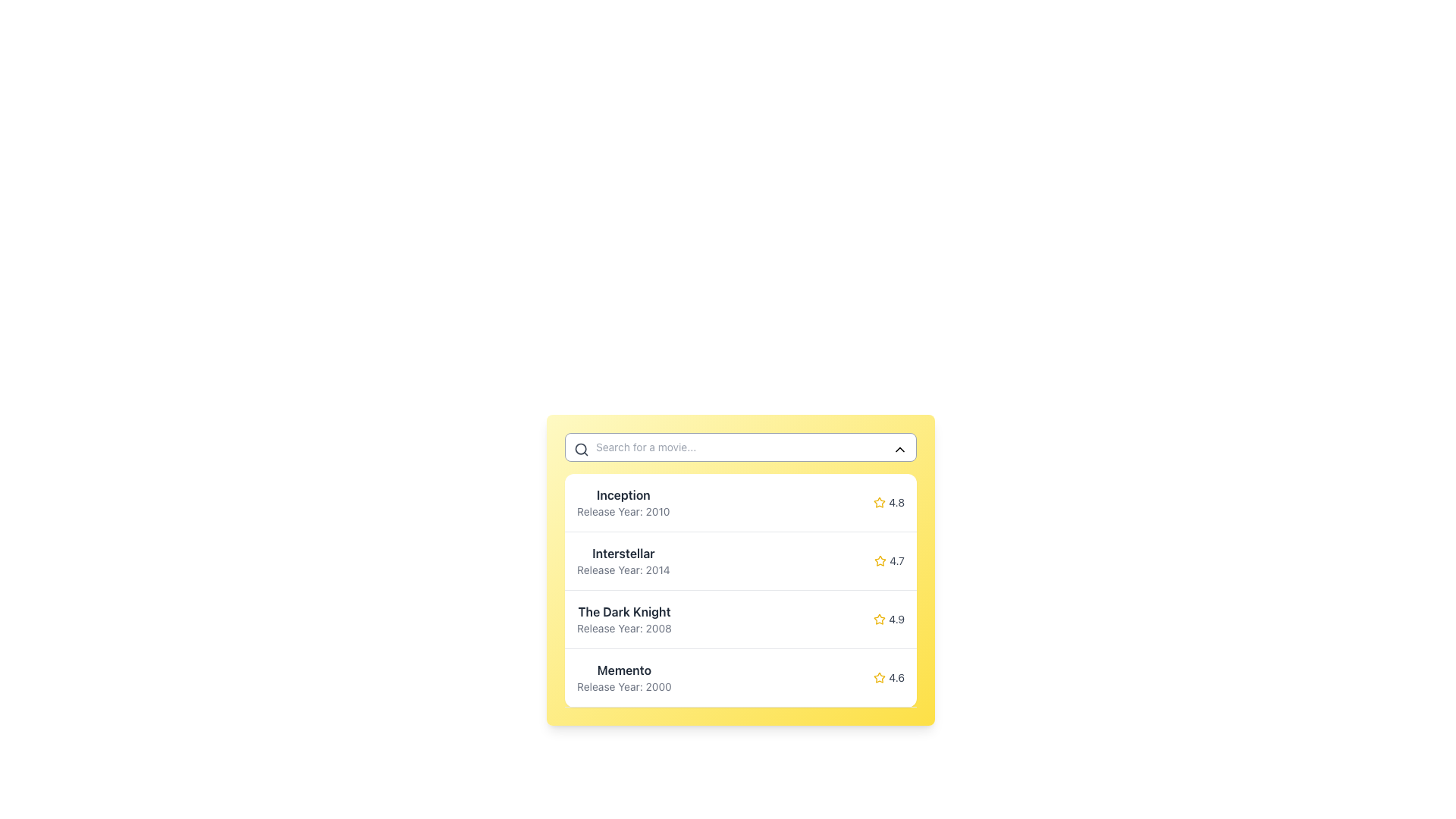 The image size is (1456, 819). I want to click on the second row in the movie list displaying the title 'Interstellar', so click(741, 561).